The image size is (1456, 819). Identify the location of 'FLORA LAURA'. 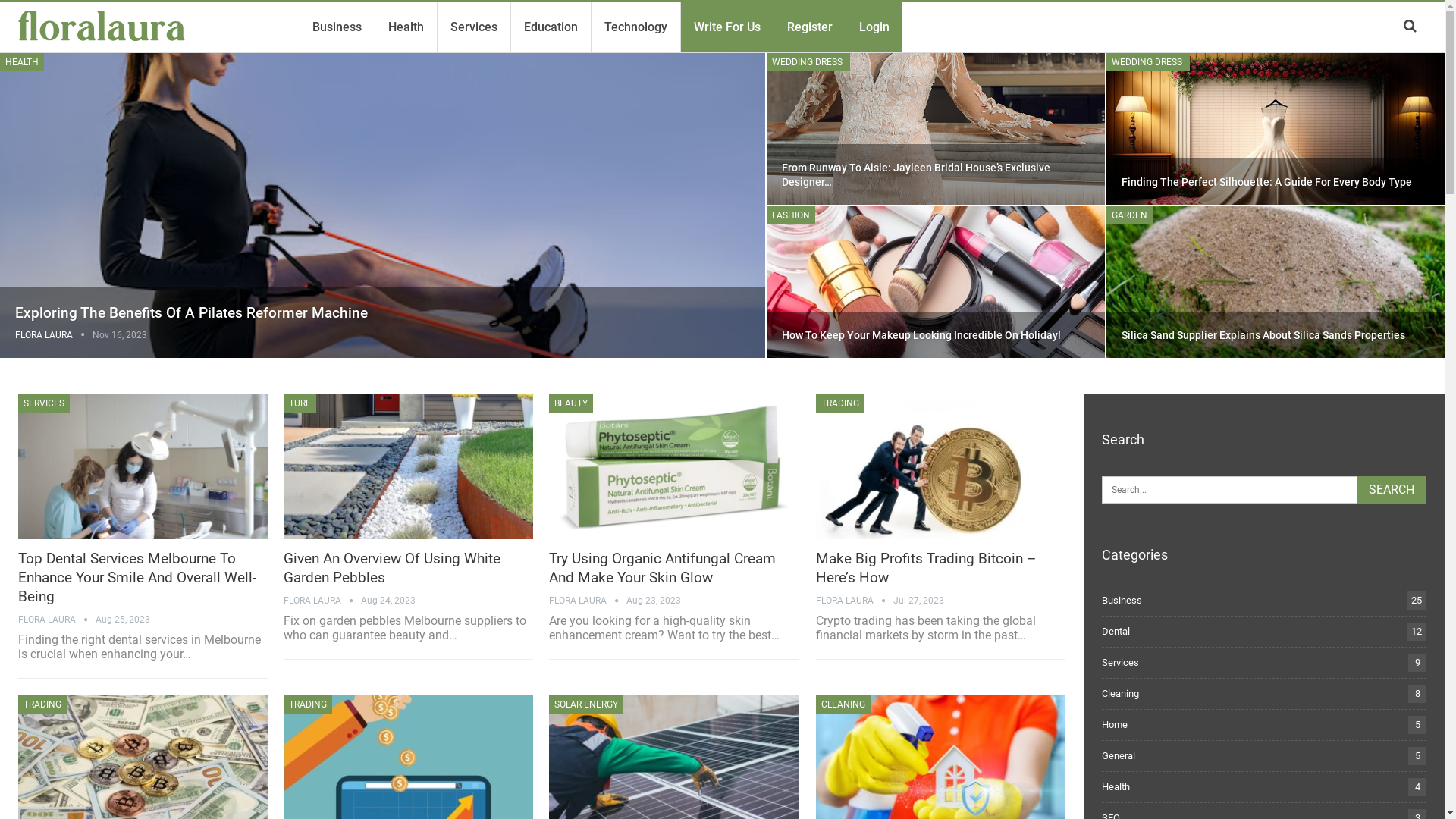
(855, 599).